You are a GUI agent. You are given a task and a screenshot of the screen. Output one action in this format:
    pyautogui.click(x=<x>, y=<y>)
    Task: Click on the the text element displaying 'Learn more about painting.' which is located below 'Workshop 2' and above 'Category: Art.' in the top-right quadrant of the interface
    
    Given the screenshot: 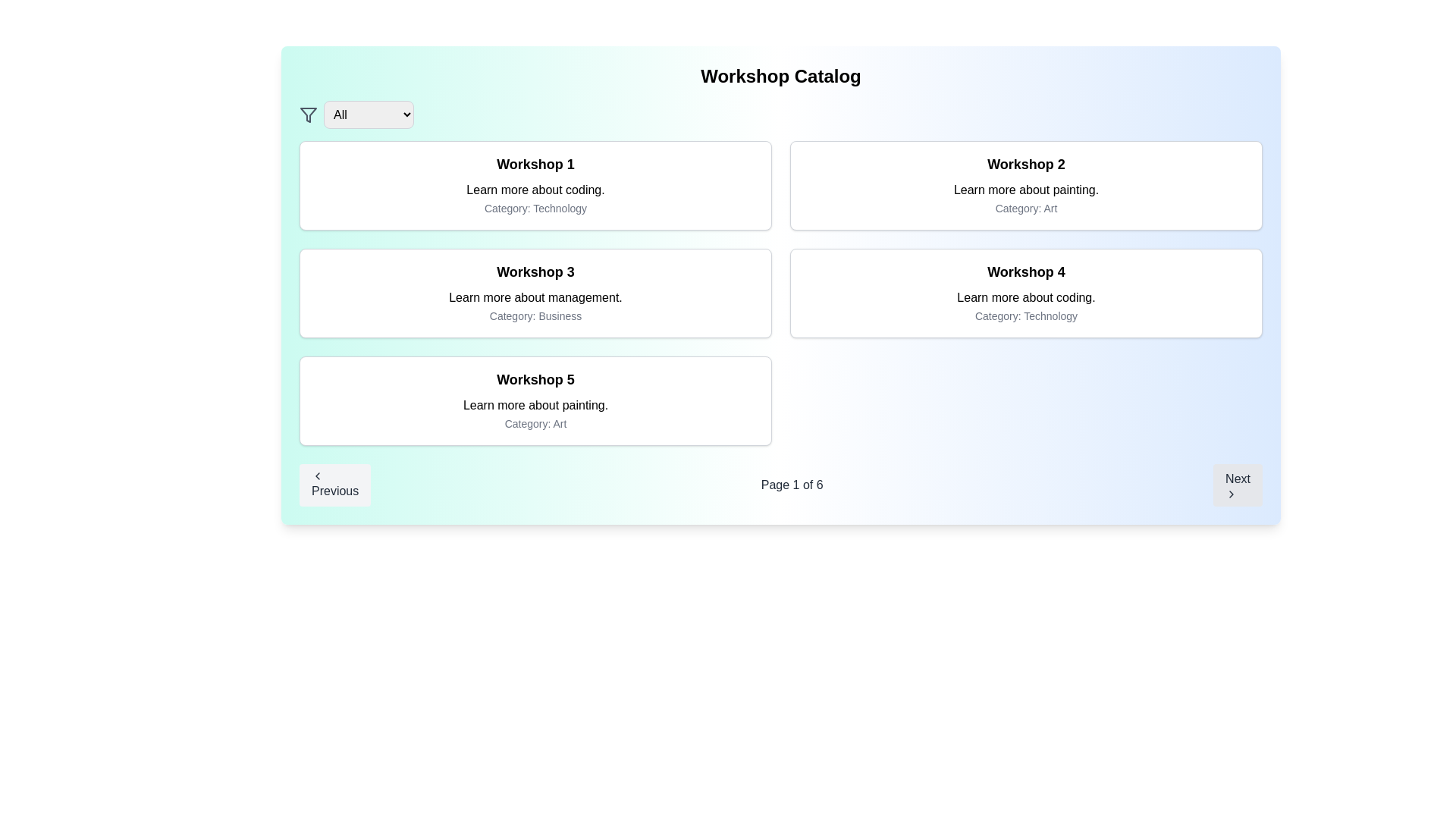 What is the action you would take?
    pyautogui.click(x=1026, y=189)
    